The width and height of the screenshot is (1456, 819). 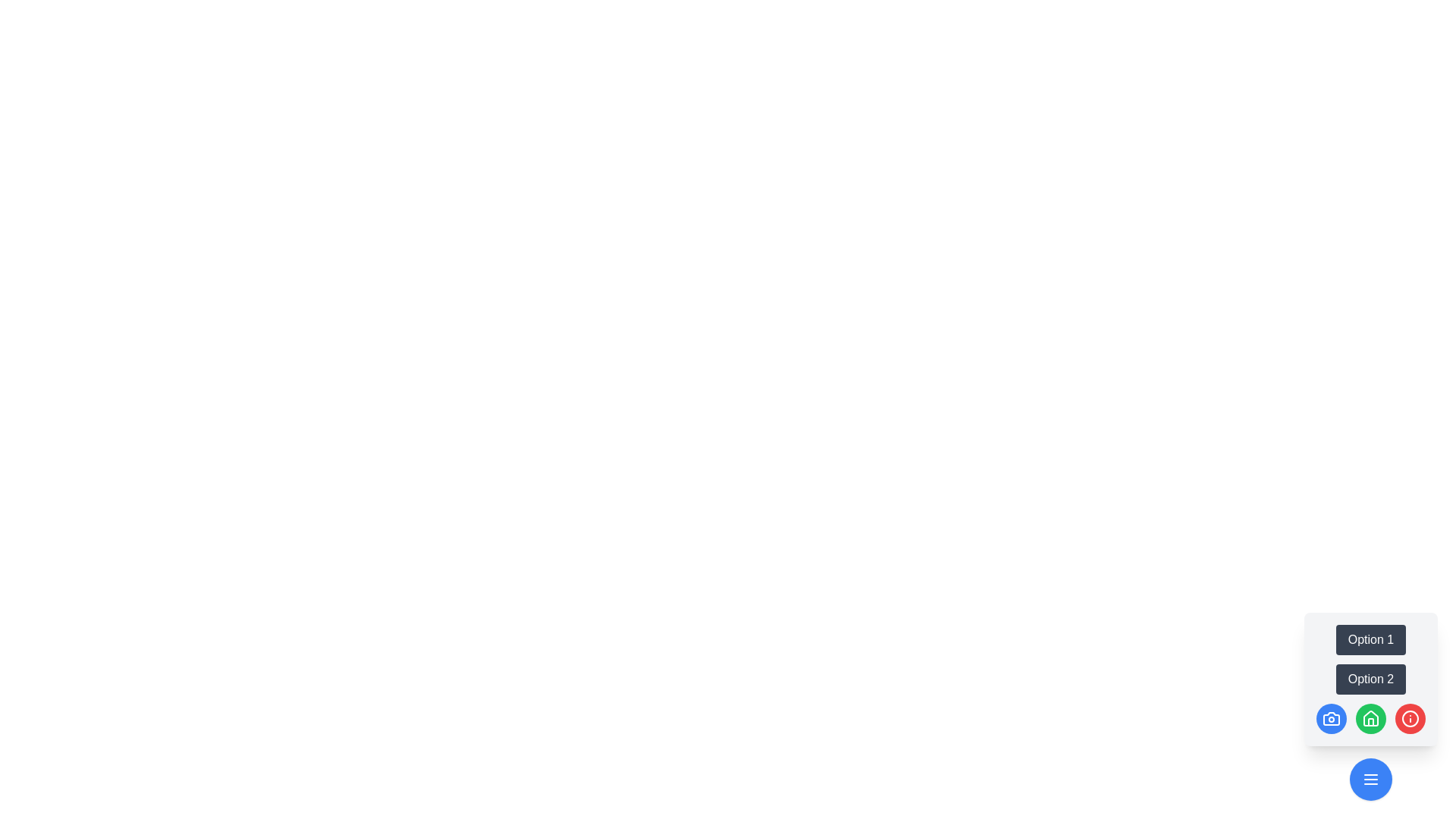 I want to click on the 'Option 2' button located in the lower right corner of the interface, which is the second button in the vertical list, so click(x=1371, y=678).